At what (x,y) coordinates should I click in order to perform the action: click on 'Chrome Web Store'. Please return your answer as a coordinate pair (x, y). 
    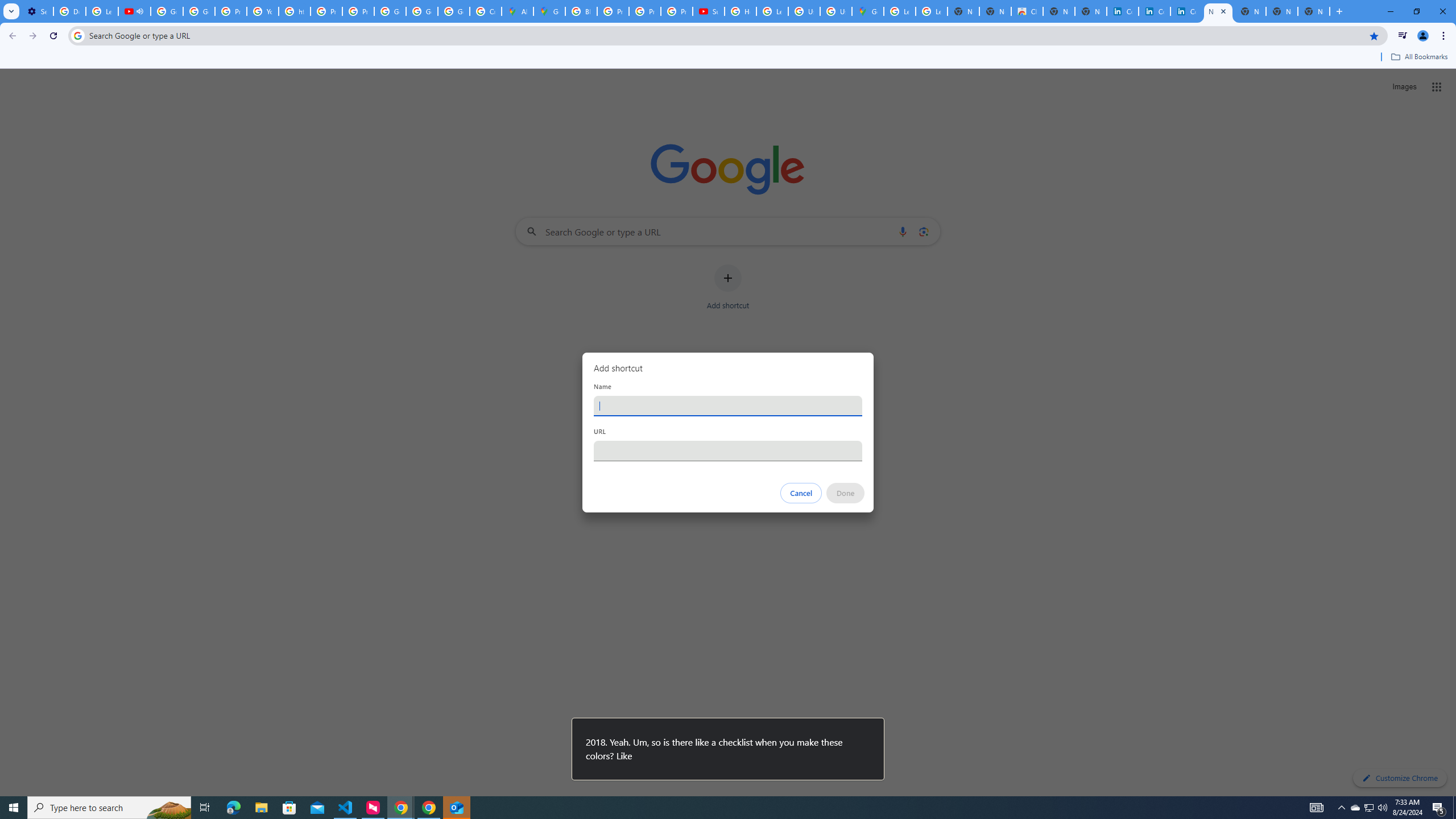
    Looking at the image, I should click on (1027, 11).